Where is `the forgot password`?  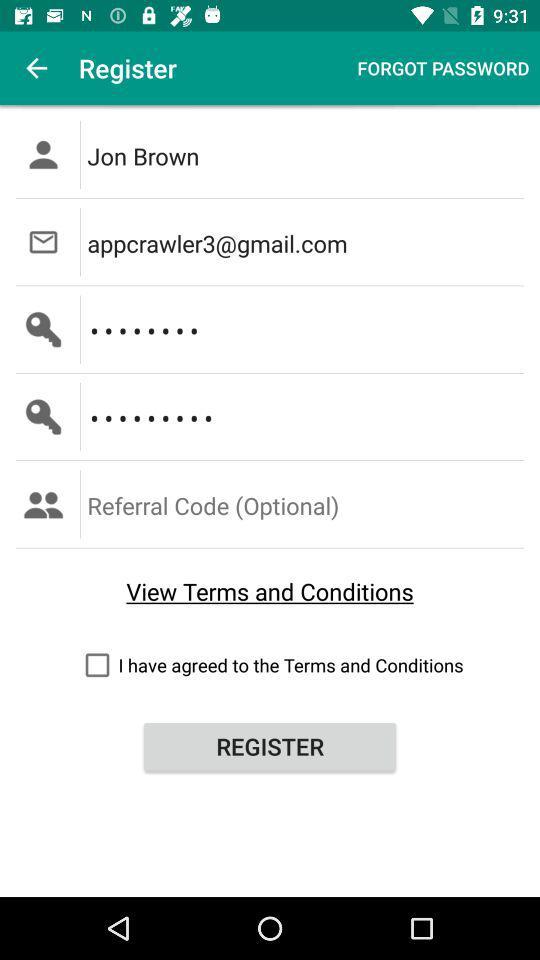 the forgot password is located at coordinates (443, 68).